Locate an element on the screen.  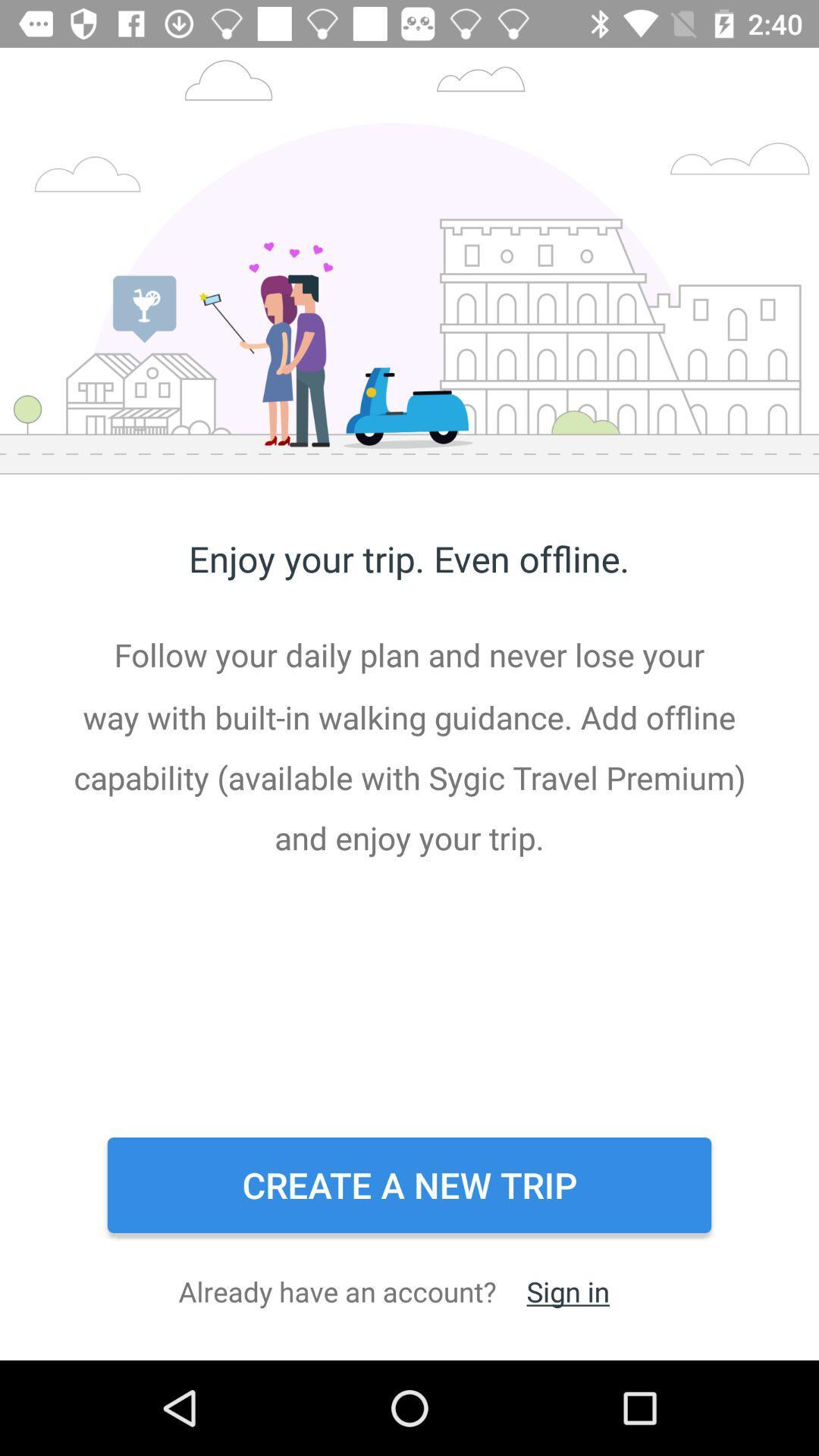
icon at the bottom right corner is located at coordinates (568, 1291).